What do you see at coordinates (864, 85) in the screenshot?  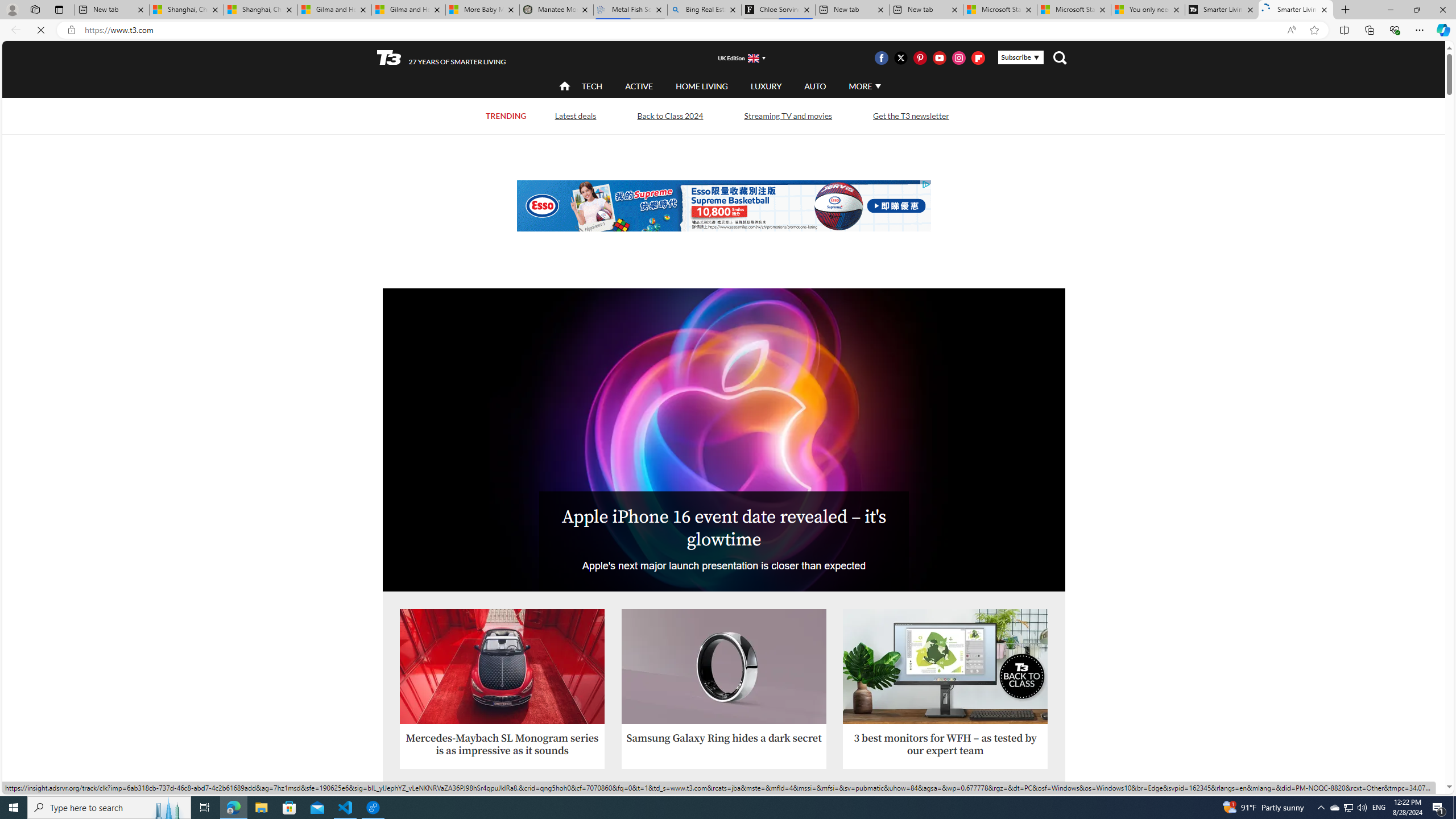 I see `'MORE '` at bounding box center [864, 85].